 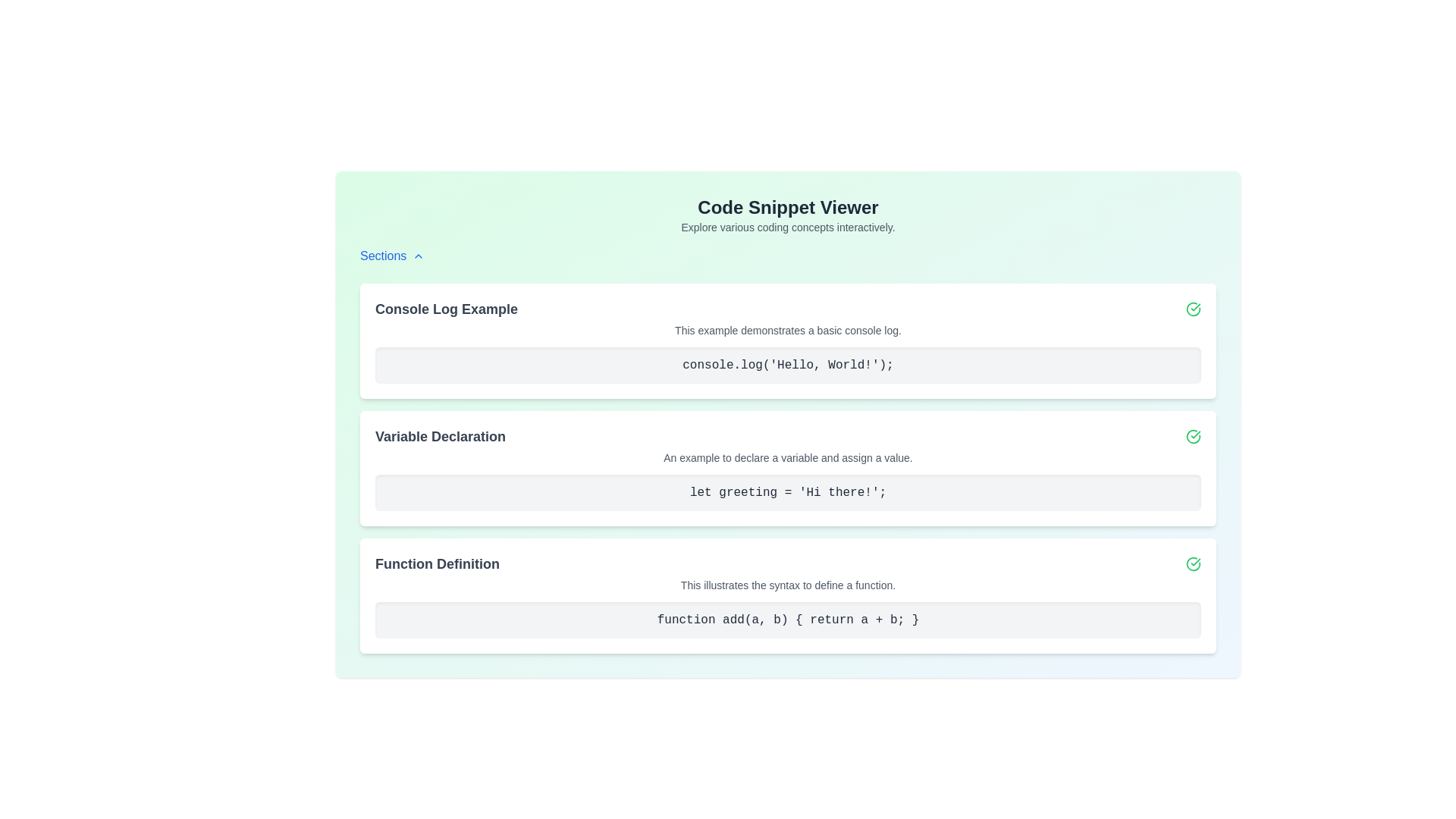 What do you see at coordinates (788, 366) in the screenshot?
I see `the code snippet element displaying the text `console.log('Hello, World!');`, which is located within the 'Console Log Example' block` at bounding box center [788, 366].